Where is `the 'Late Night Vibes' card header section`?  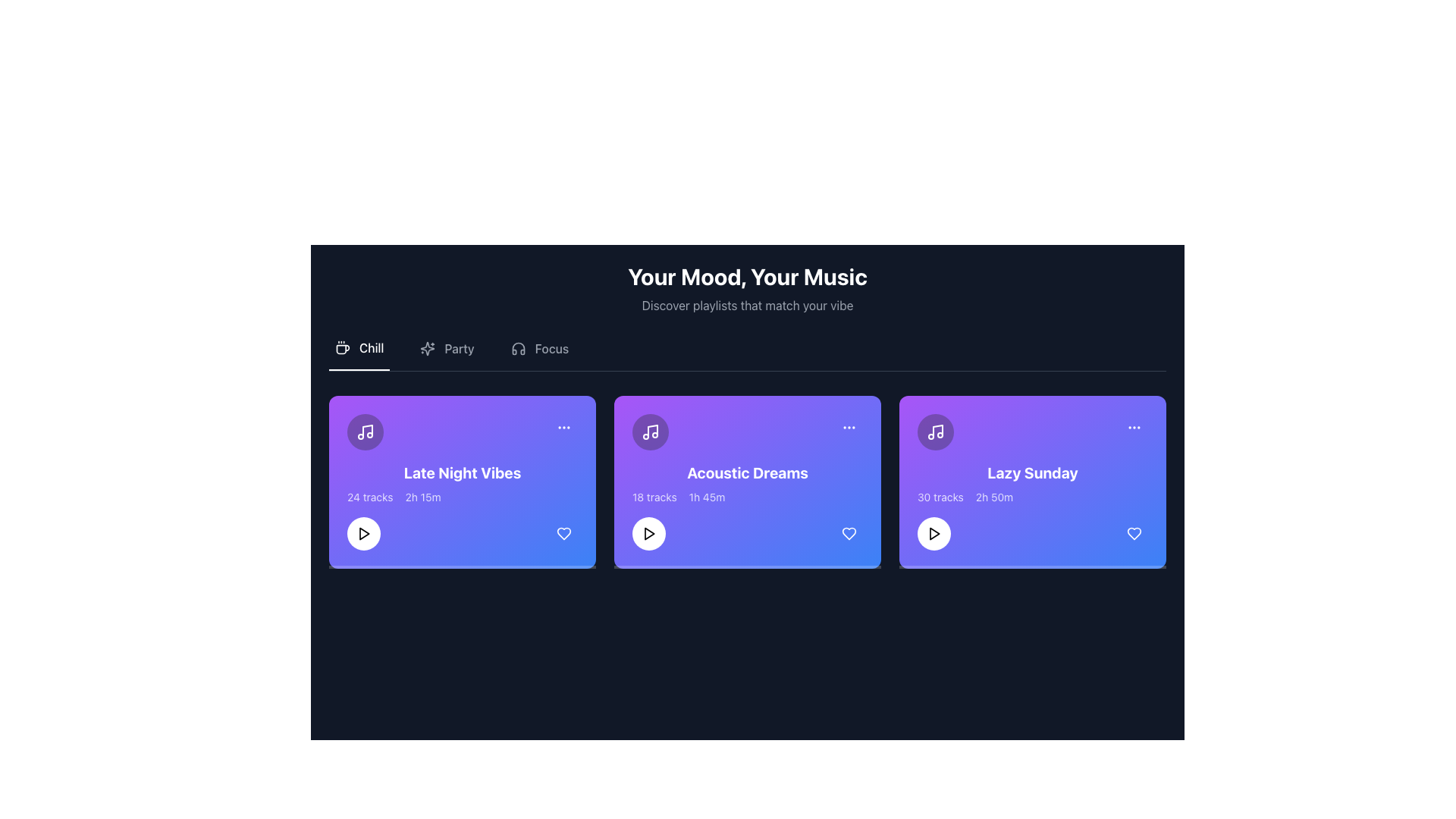 the 'Late Night Vibes' card header section is located at coordinates (461, 432).